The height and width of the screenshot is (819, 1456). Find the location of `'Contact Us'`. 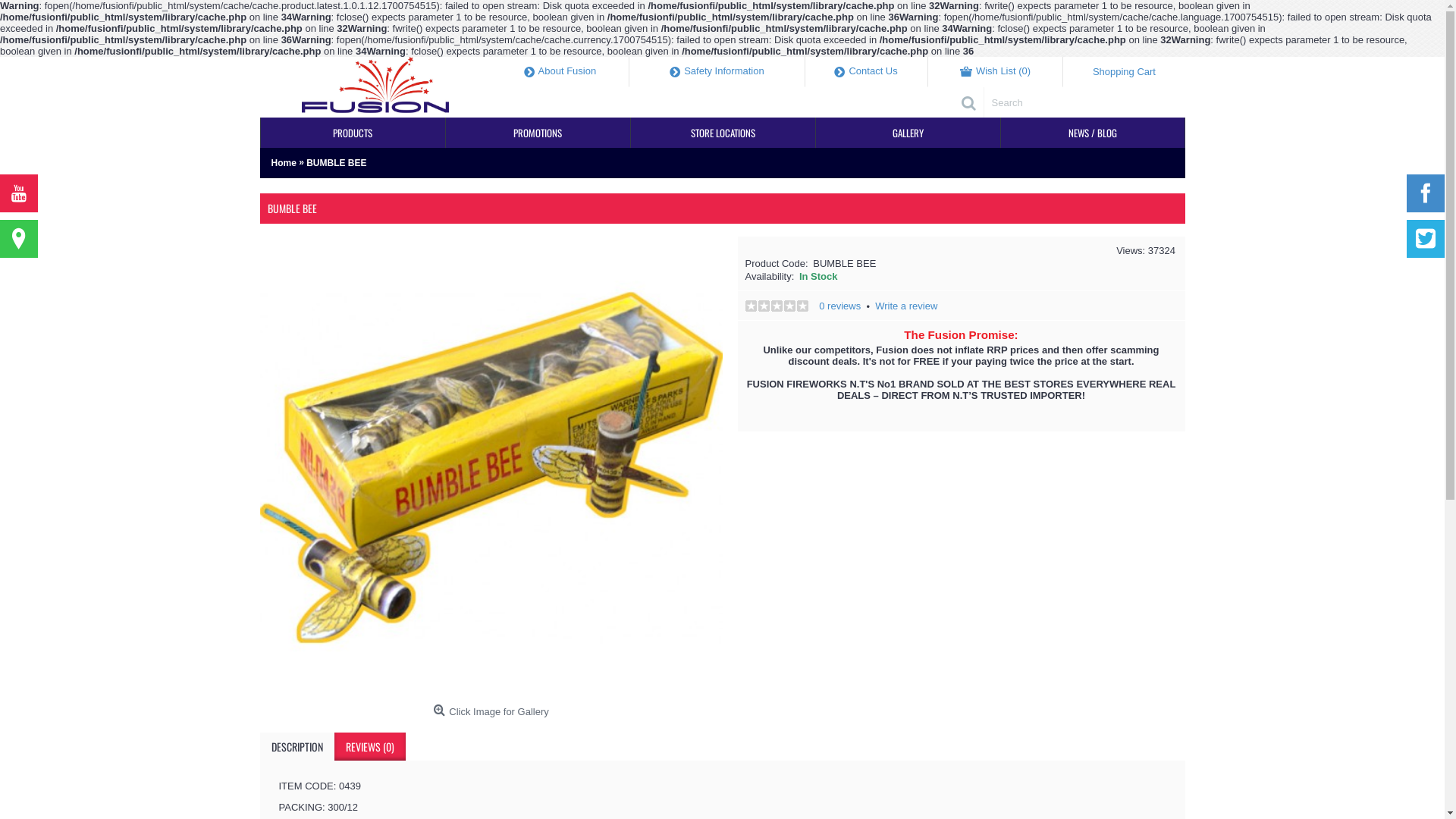

'Contact Us' is located at coordinates (804, 72).